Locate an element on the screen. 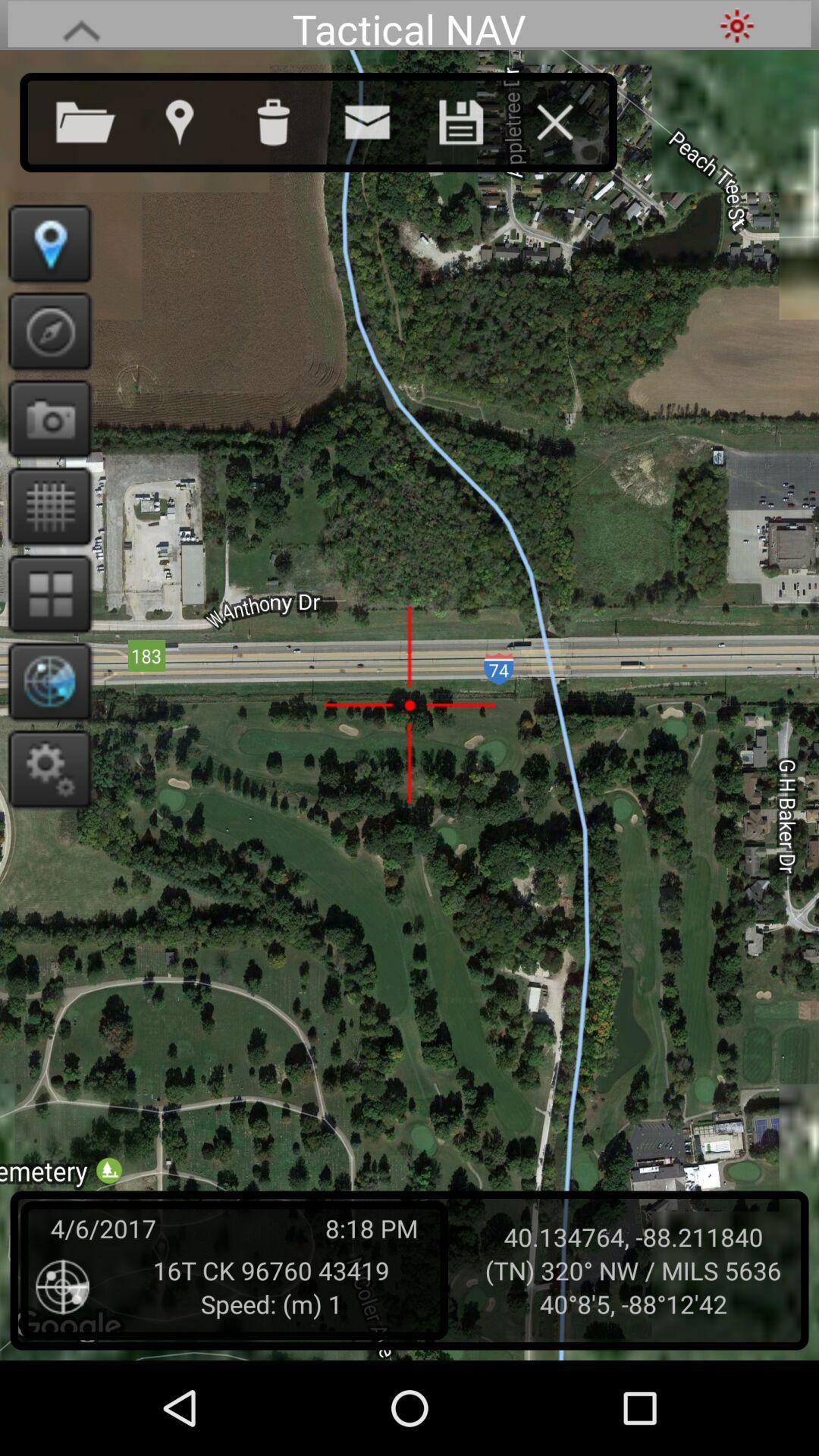  use current location is located at coordinates (193, 118).